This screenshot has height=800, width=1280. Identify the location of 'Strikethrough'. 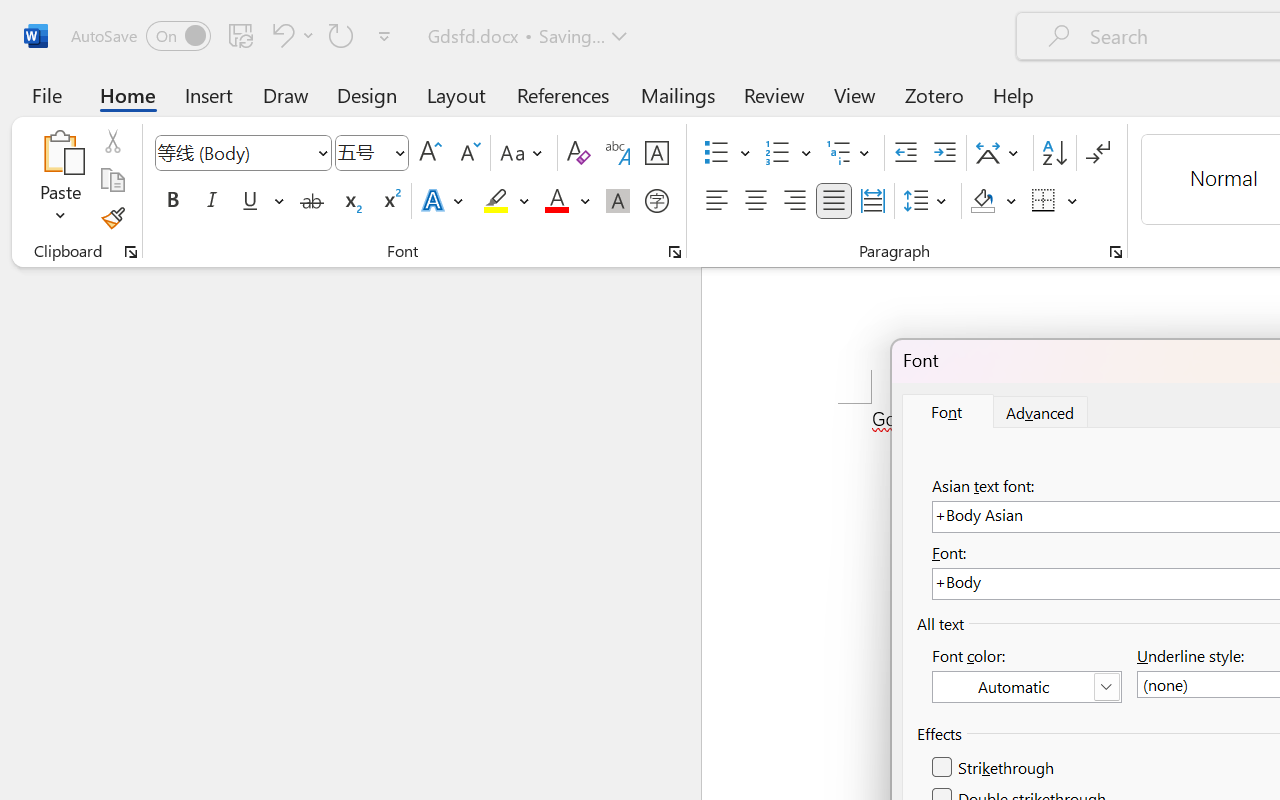
(995, 767).